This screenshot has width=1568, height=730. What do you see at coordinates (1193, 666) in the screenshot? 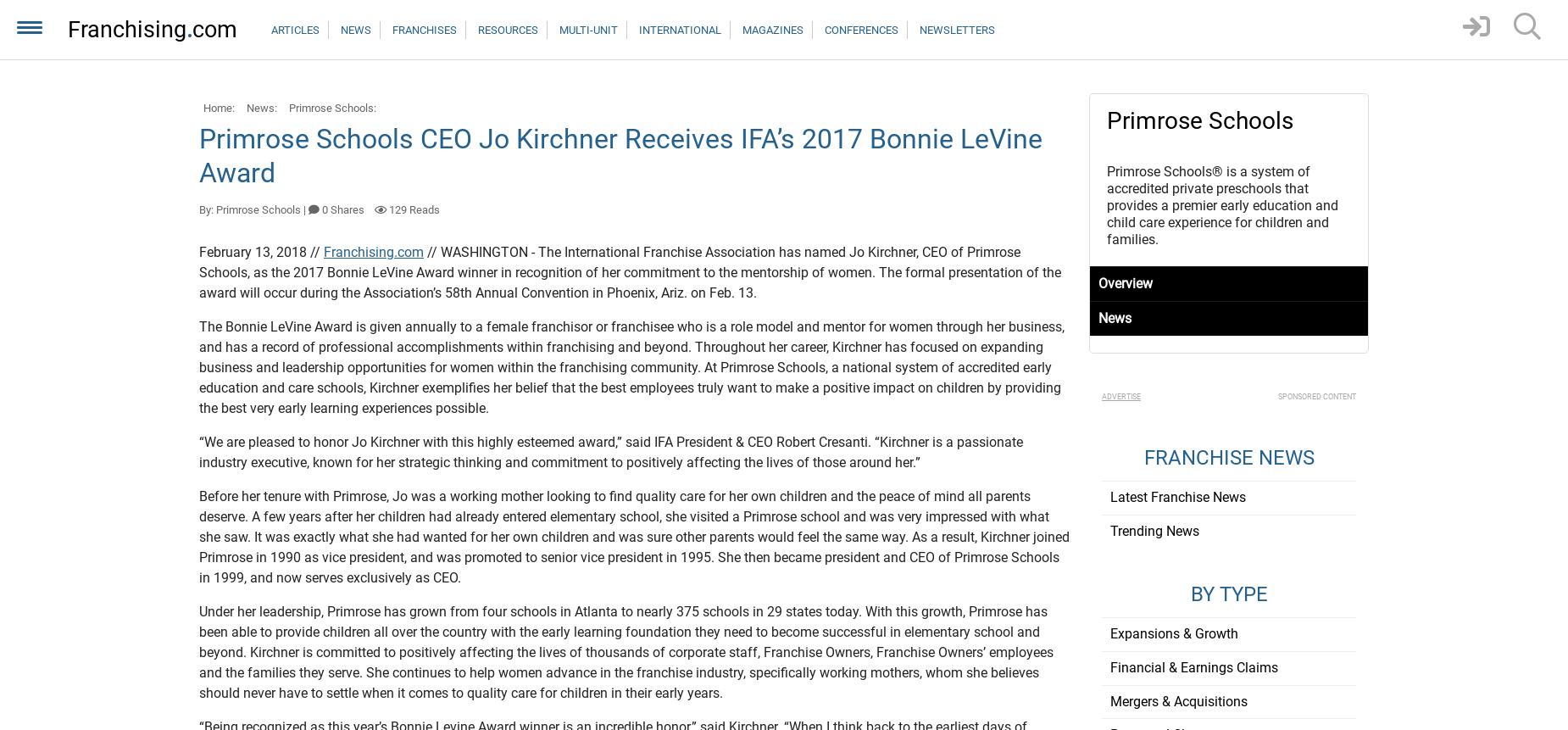
I see `'Financial & Earnings Claims'` at bounding box center [1193, 666].